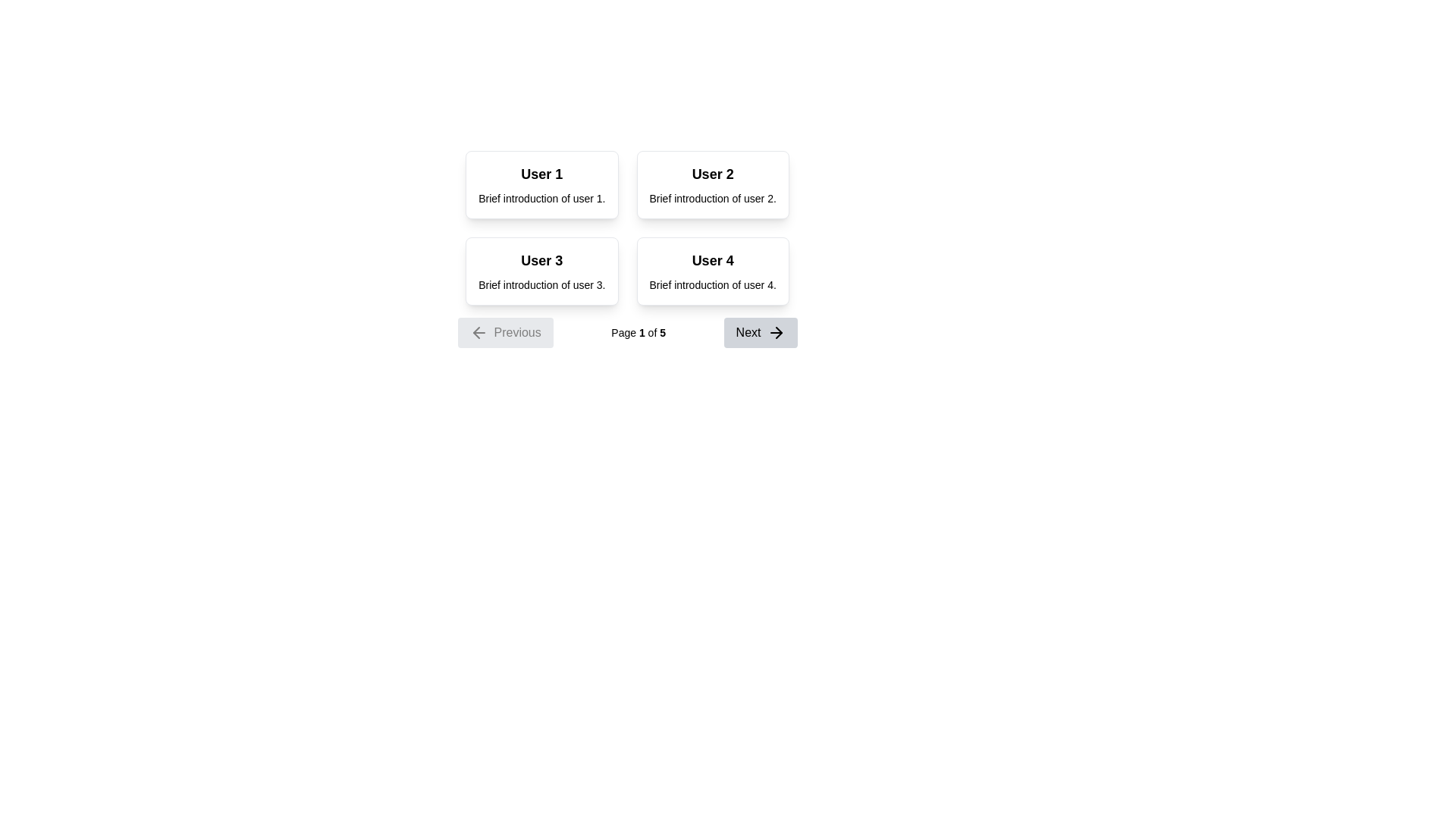 The height and width of the screenshot is (819, 1456). What do you see at coordinates (541, 184) in the screenshot?
I see `the user representation card displaying the name and brief description, located at the top left of the grid layout` at bounding box center [541, 184].